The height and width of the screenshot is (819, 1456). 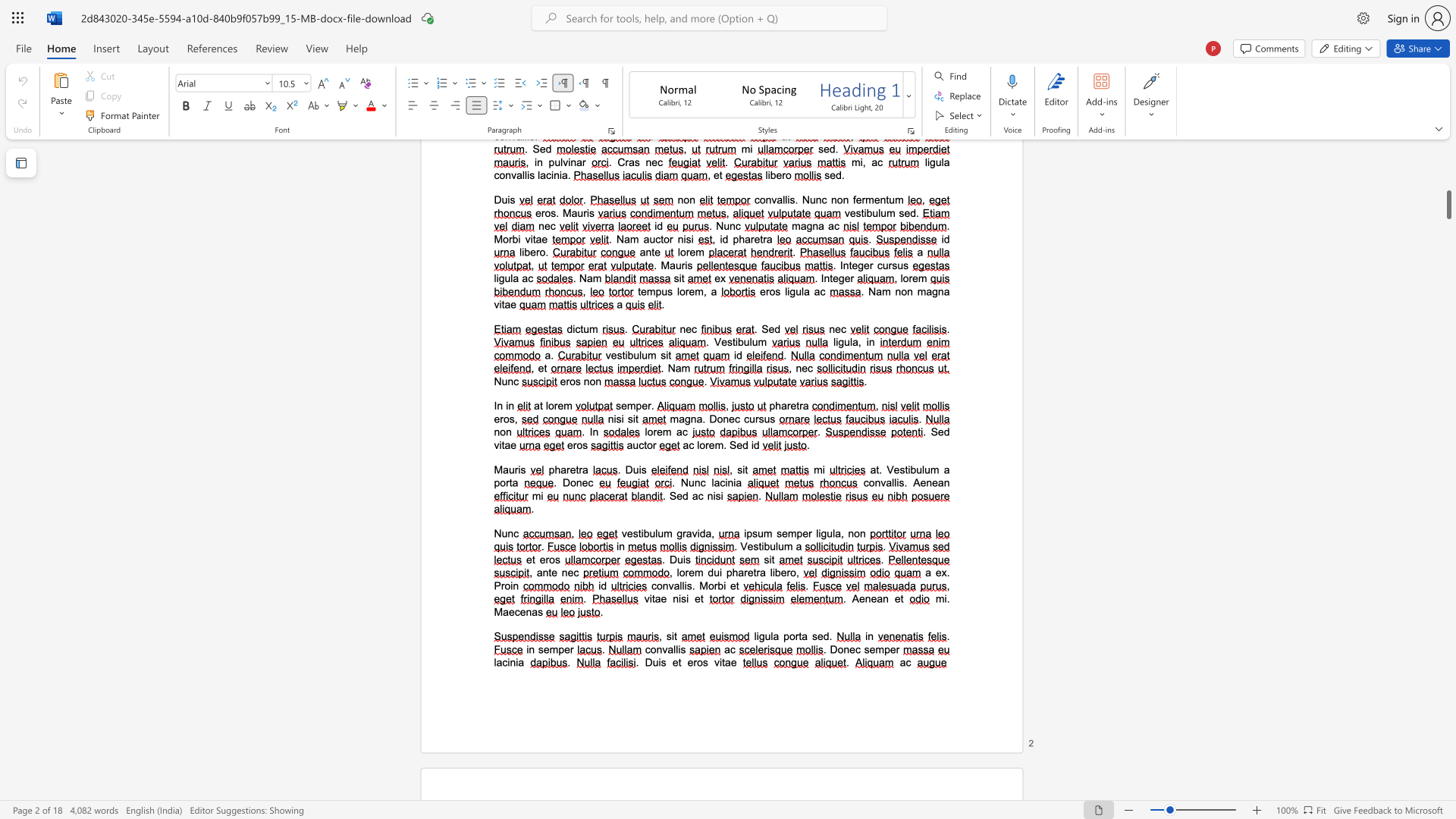 What do you see at coordinates (679, 532) in the screenshot?
I see `the 1th character "g" in the text` at bounding box center [679, 532].